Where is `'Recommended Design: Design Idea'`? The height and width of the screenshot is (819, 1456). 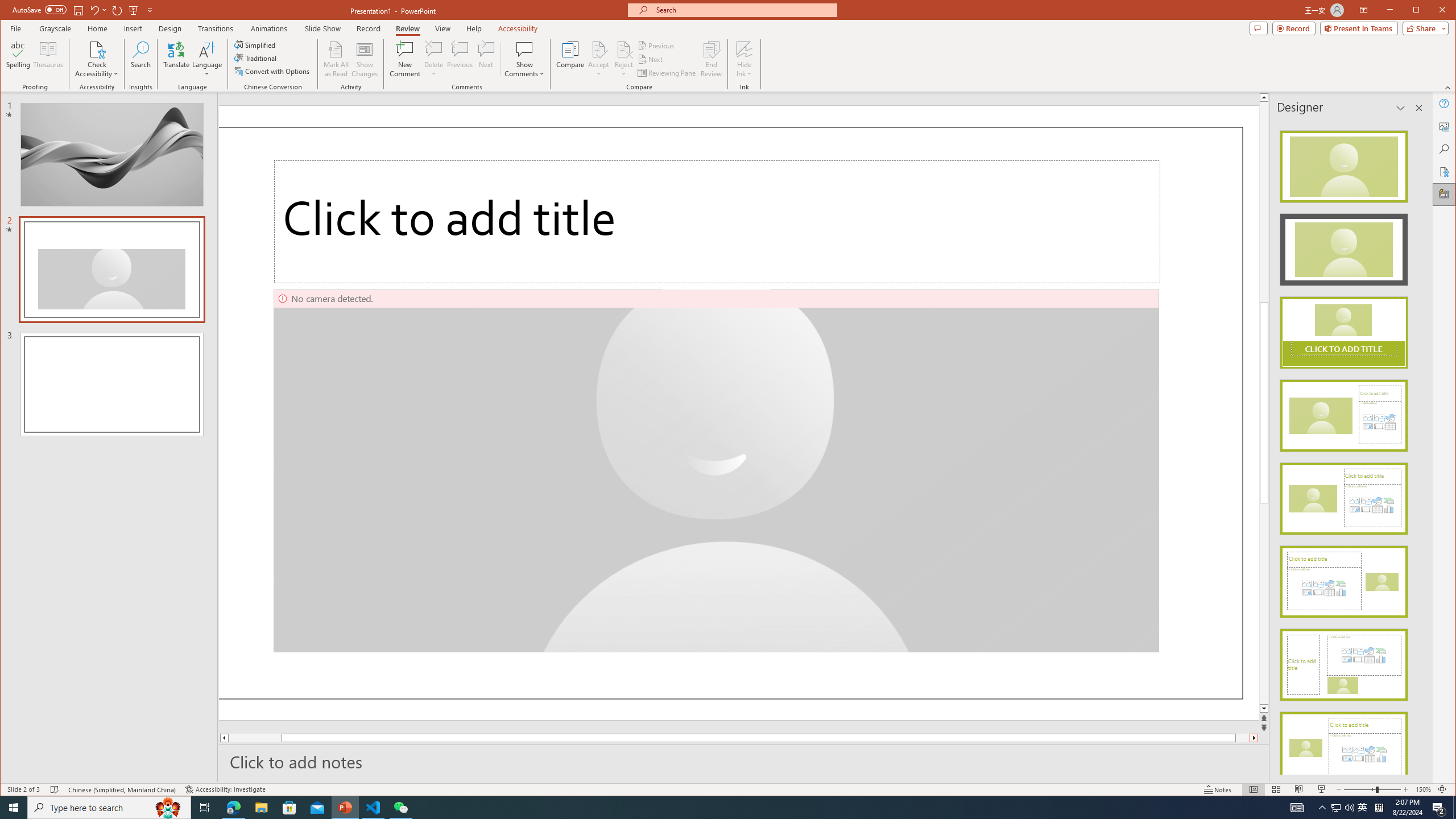
'Recommended Design: Design Idea' is located at coordinates (1343, 163).